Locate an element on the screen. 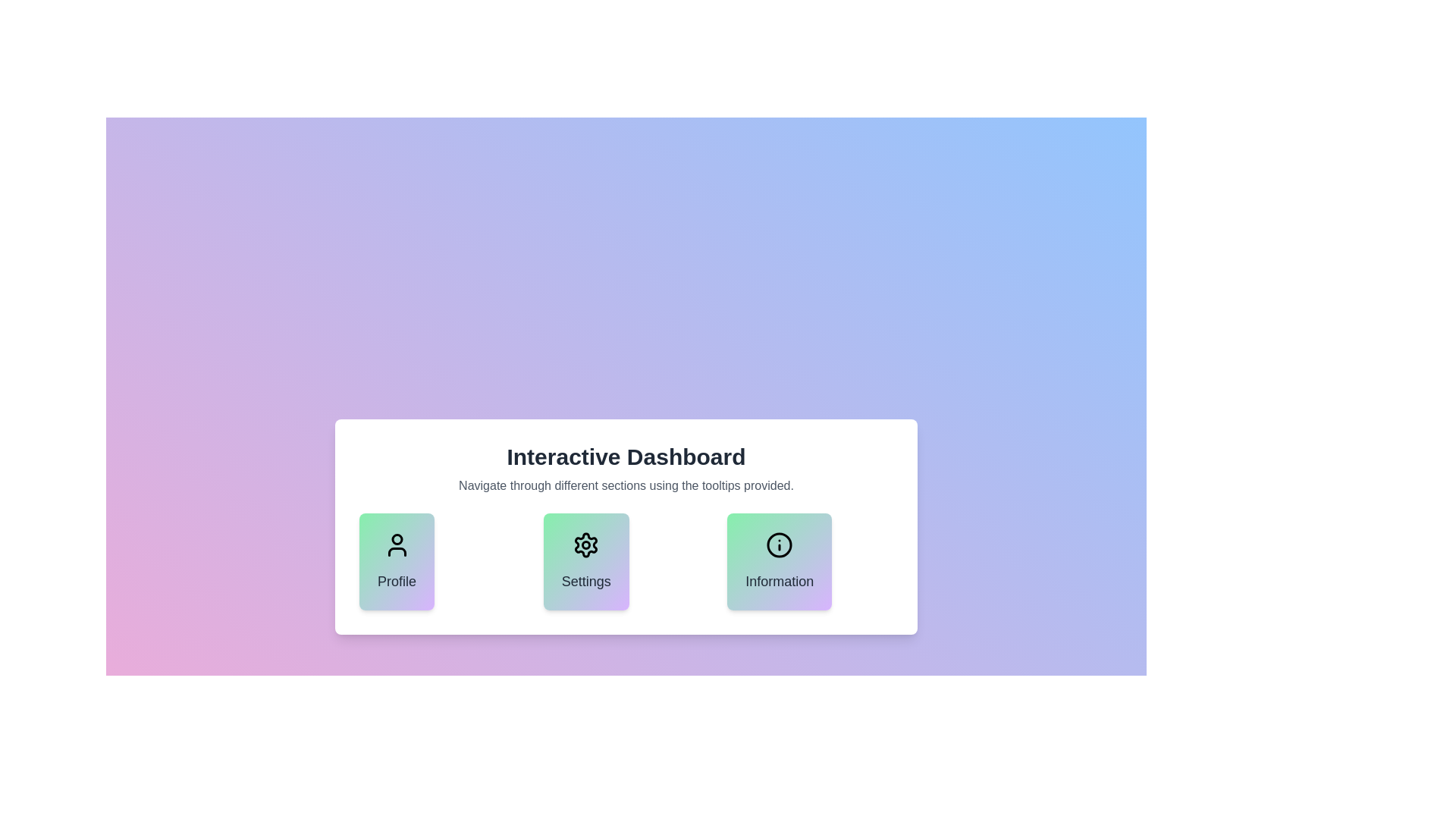  the settings button located in the middle of a row of three buttons in the dashboard interface is located at coordinates (626, 526).